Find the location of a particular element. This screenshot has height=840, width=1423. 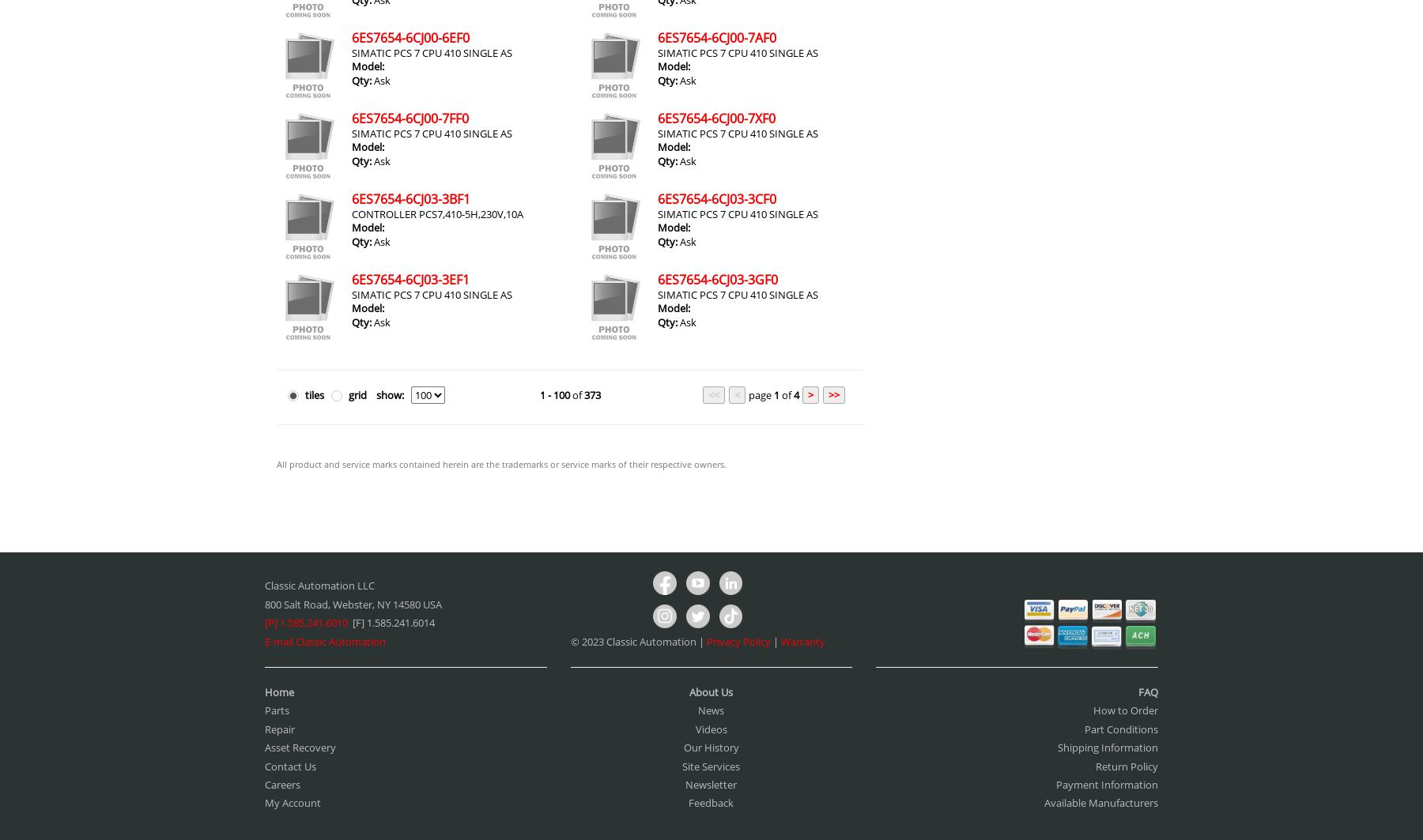

'All product and service marks contained herein are the trademarks or service marks of their respective owners.' is located at coordinates (276, 463).